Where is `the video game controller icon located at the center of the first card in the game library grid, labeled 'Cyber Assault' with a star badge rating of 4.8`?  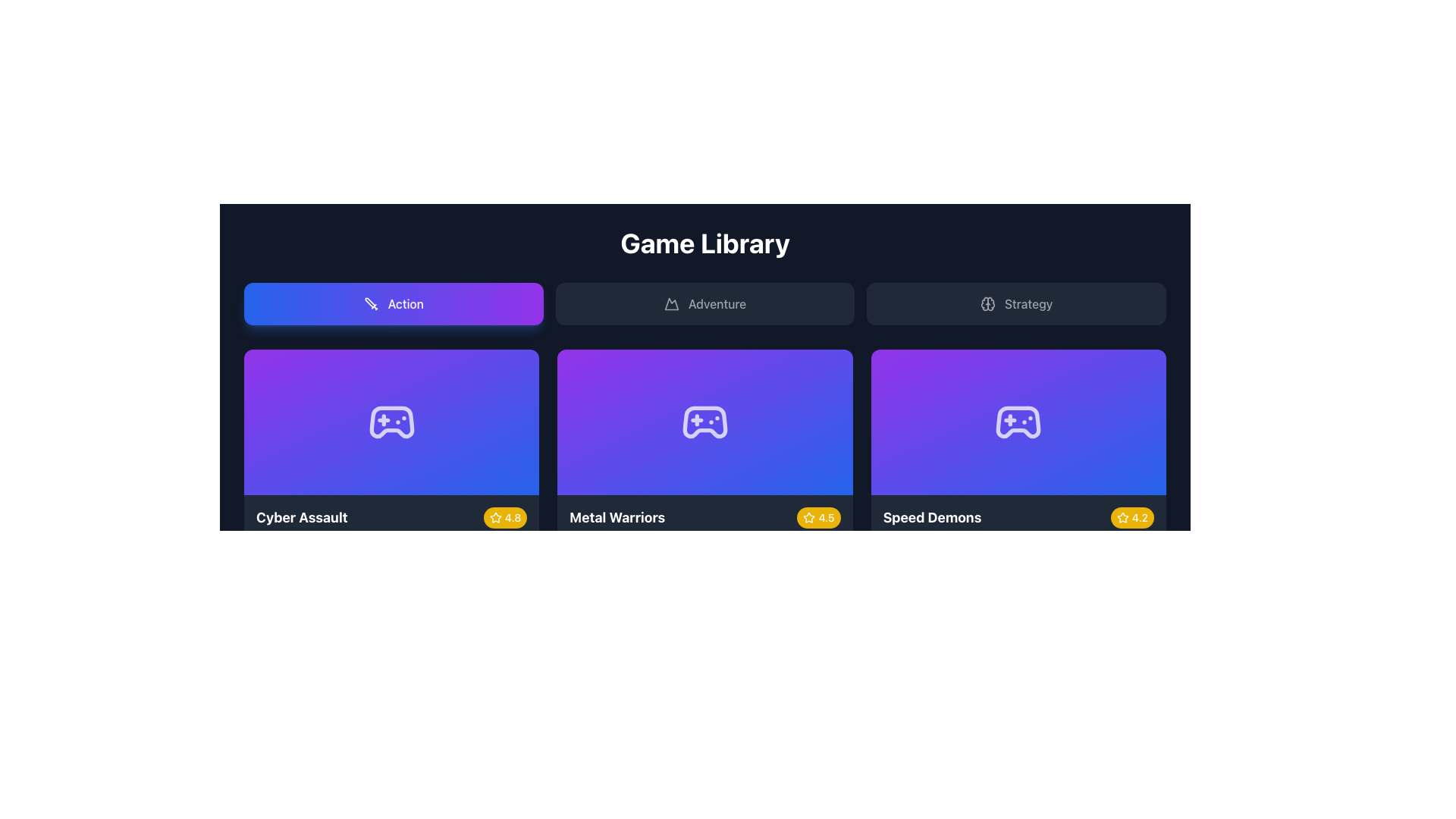 the video game controller icon located at the center of the first card in the game library grid, labeled 'Cyber Assault' with a star badge rating of 4.8 is located at coordinates (391, 422).